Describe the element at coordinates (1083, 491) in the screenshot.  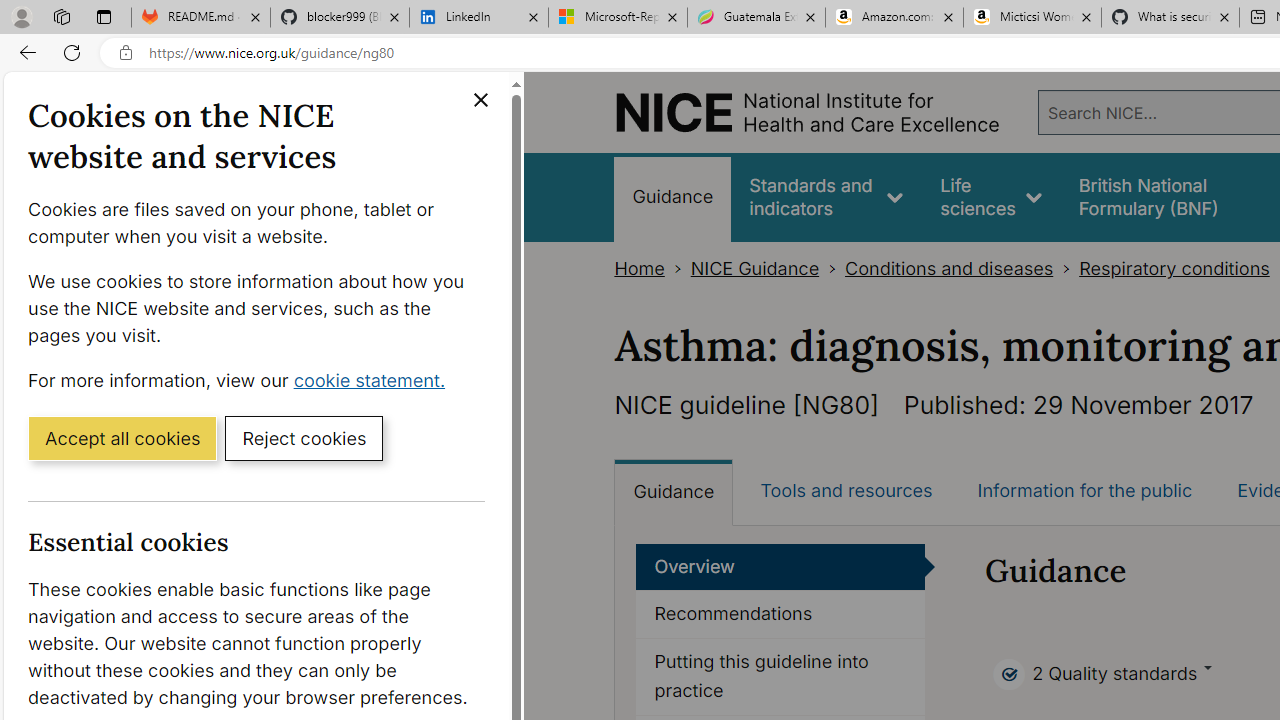
I see `'Information for the public'` at that location.